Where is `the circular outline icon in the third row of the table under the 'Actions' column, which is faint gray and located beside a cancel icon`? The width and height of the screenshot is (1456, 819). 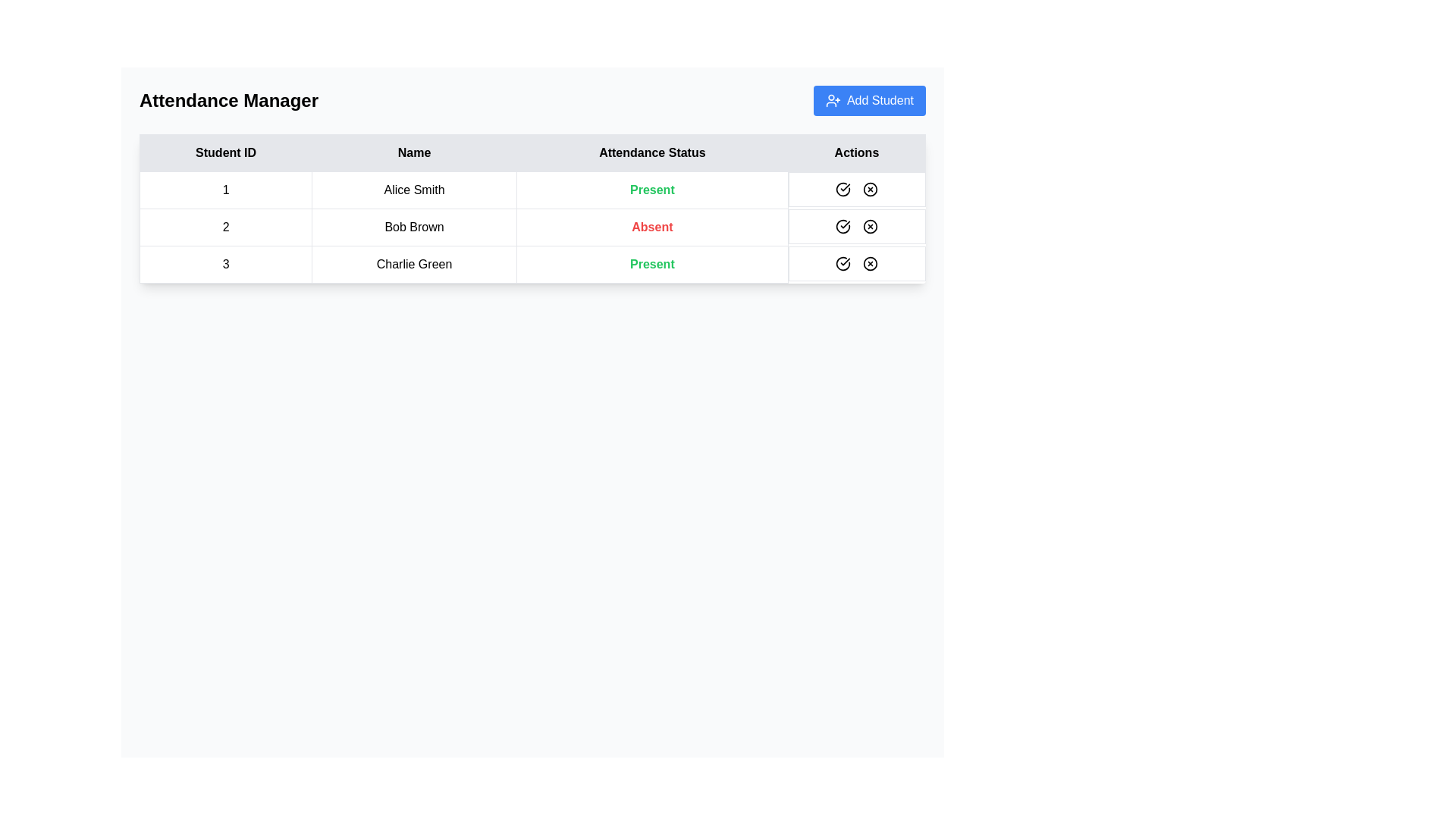 the circular outline icon in the third row of the table under the 'Actions' column, which is faint gray and located beside a cancel icon is located at coordinates (843, 262).